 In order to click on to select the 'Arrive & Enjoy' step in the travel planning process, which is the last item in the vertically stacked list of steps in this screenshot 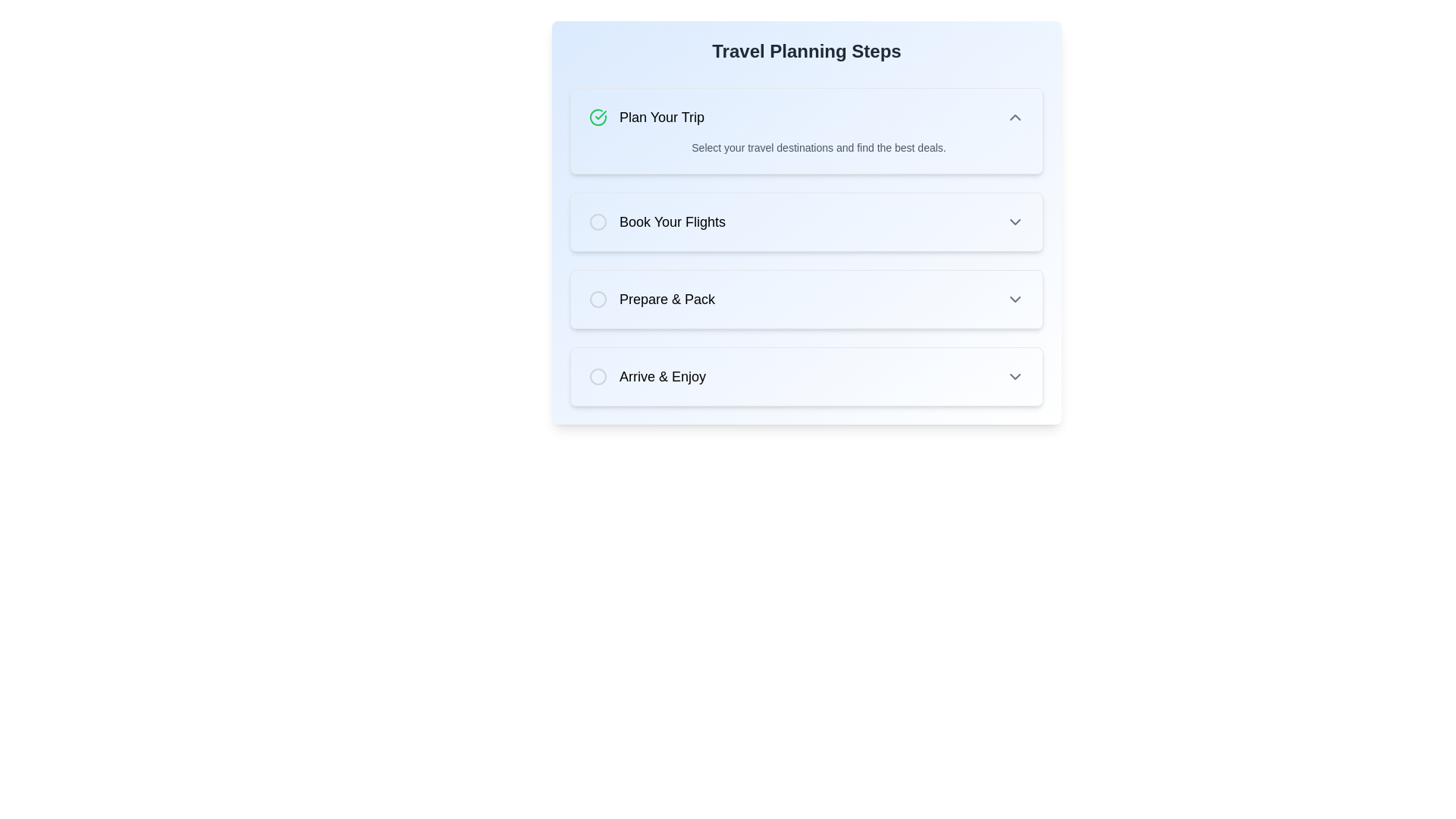, I will do `click(648, 376)`.